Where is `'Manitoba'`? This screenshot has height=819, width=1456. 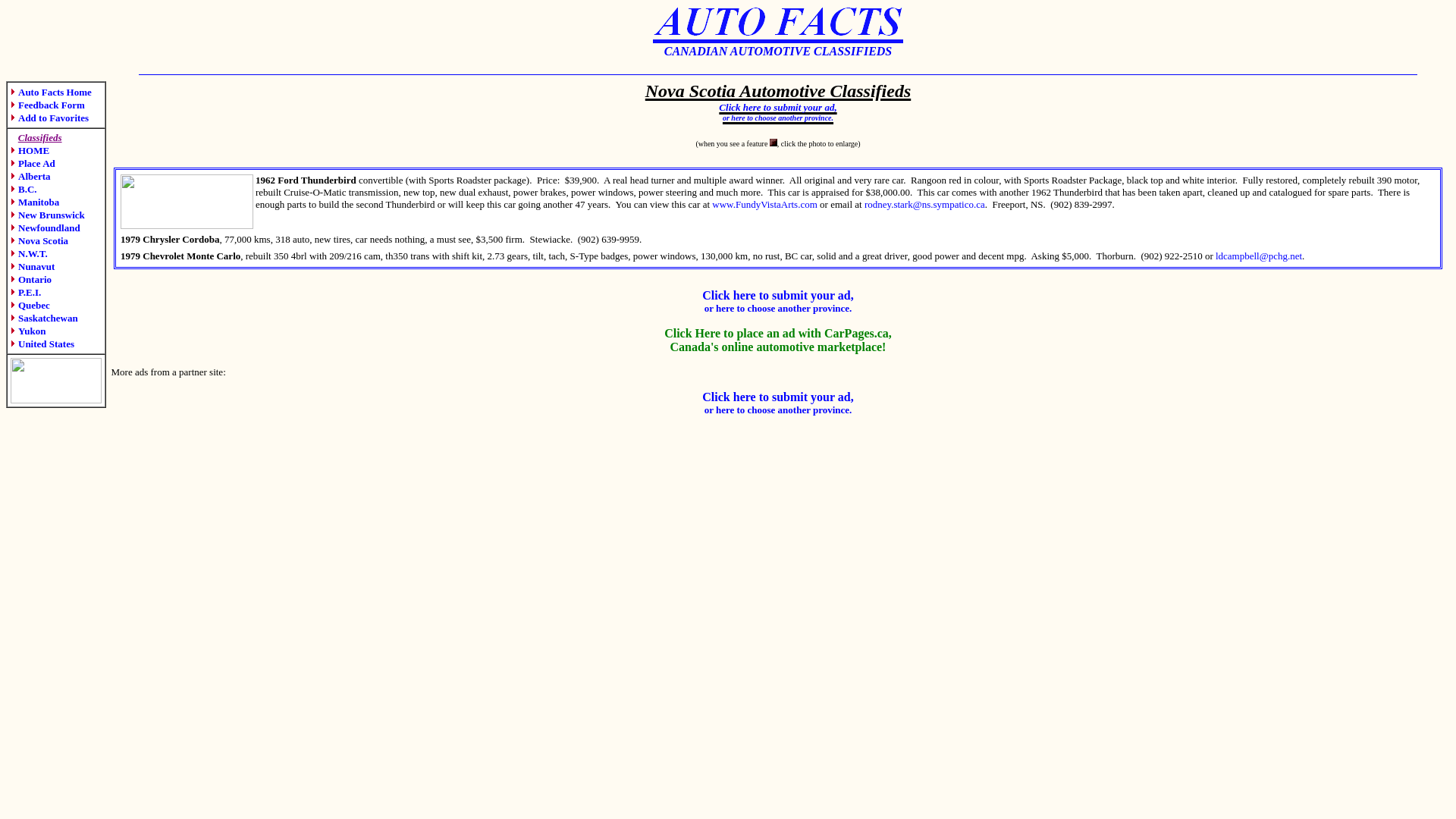
'Manitoba' is located at coordinates (35, 201).